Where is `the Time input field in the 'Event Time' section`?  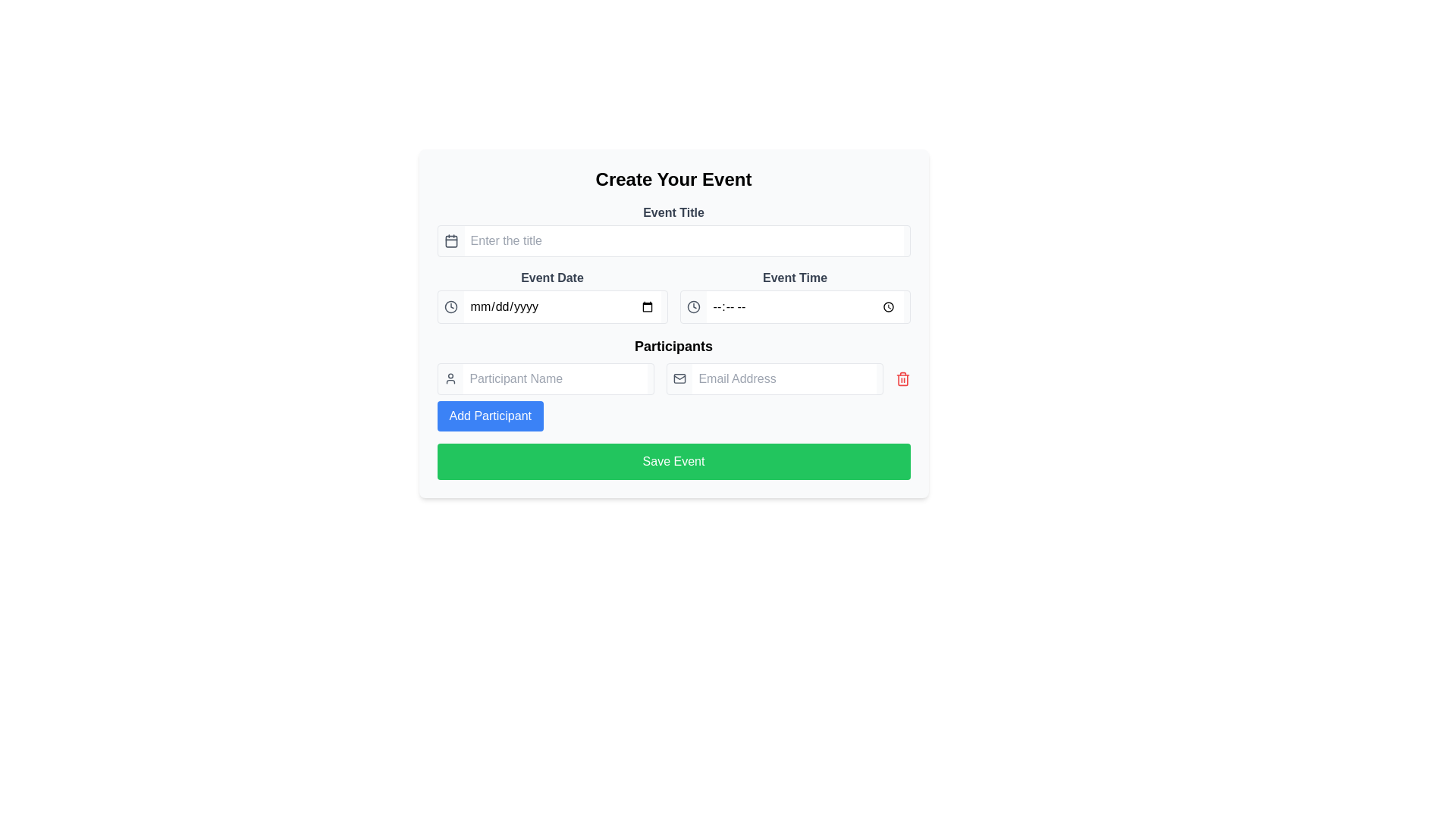
the Time input field in the 'Event Time' section is located at coordinates (794, 307).